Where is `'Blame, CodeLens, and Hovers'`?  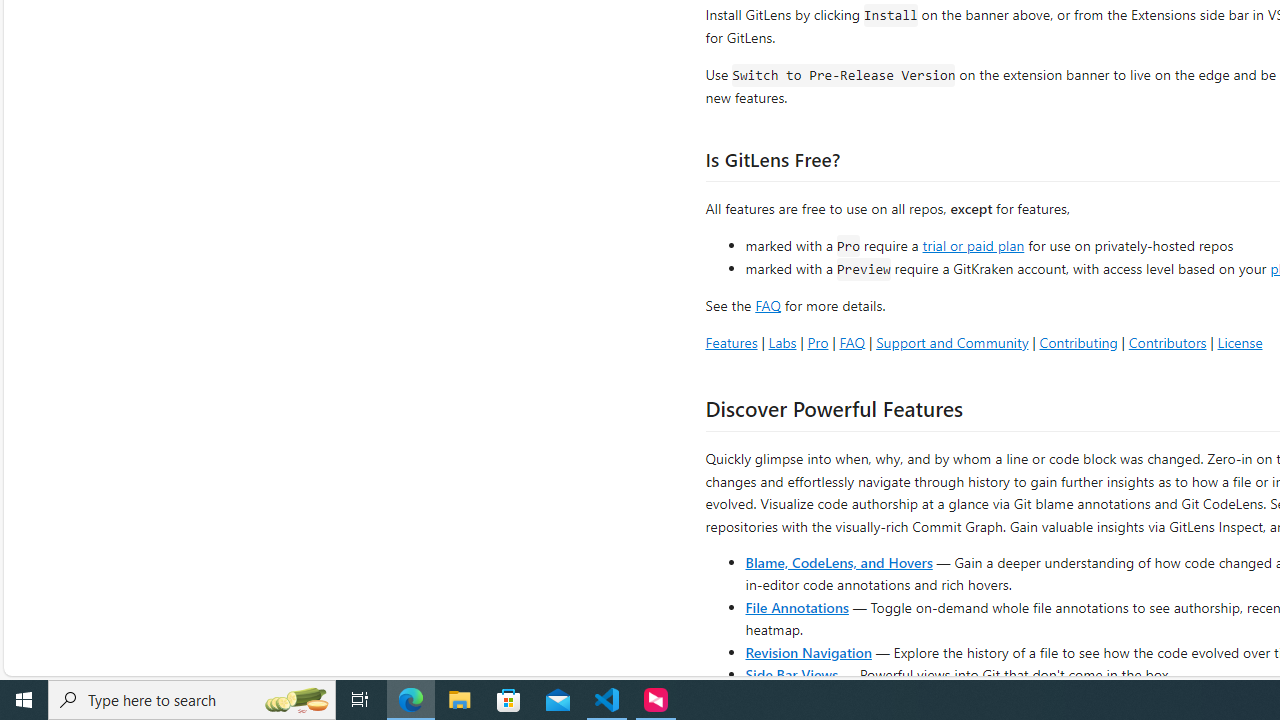 'Blame, CodeLens, and Hovers' is located at coordinates (839, 561).